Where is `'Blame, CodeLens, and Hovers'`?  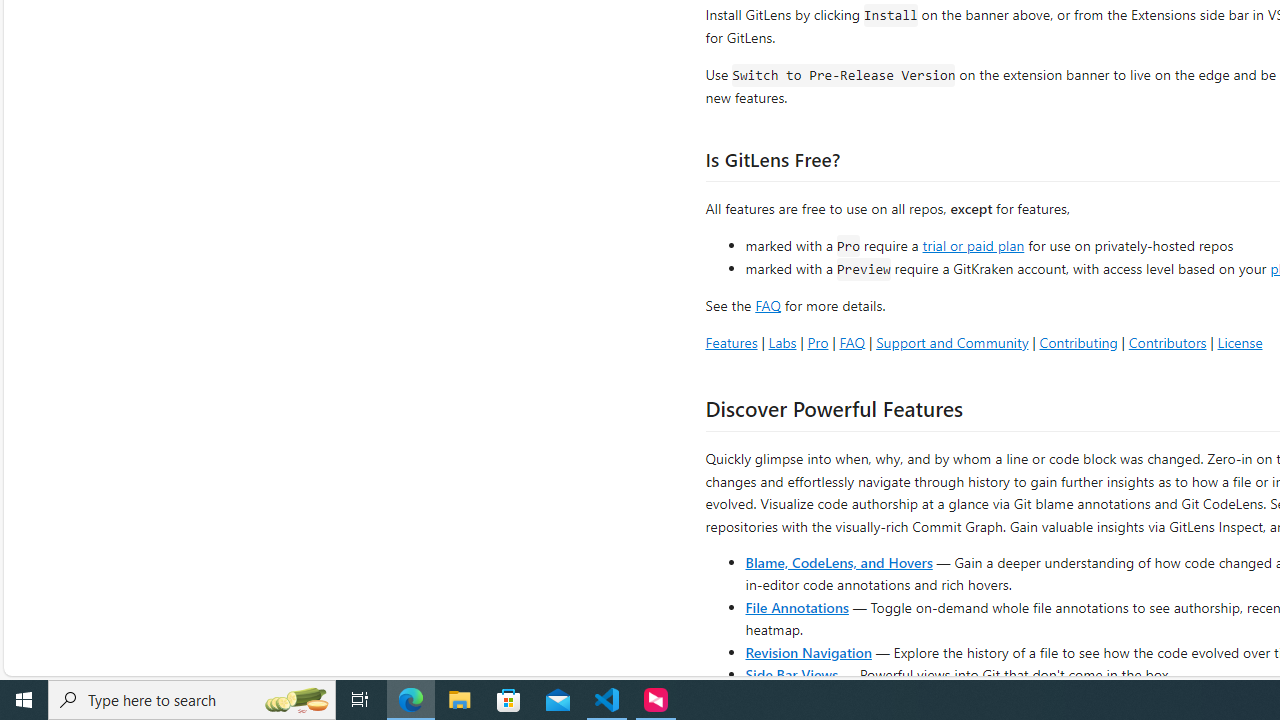 'Blame, CodeLens, and Hovers' is located at coordinates (839, 561).